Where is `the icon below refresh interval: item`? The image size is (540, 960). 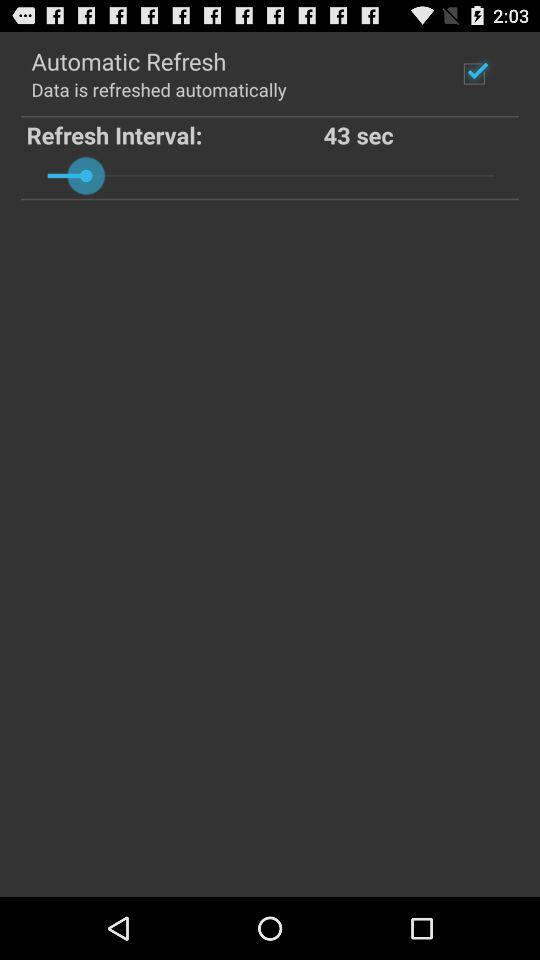
the icon below refresh interval: item is located at coordinates (270, 174).